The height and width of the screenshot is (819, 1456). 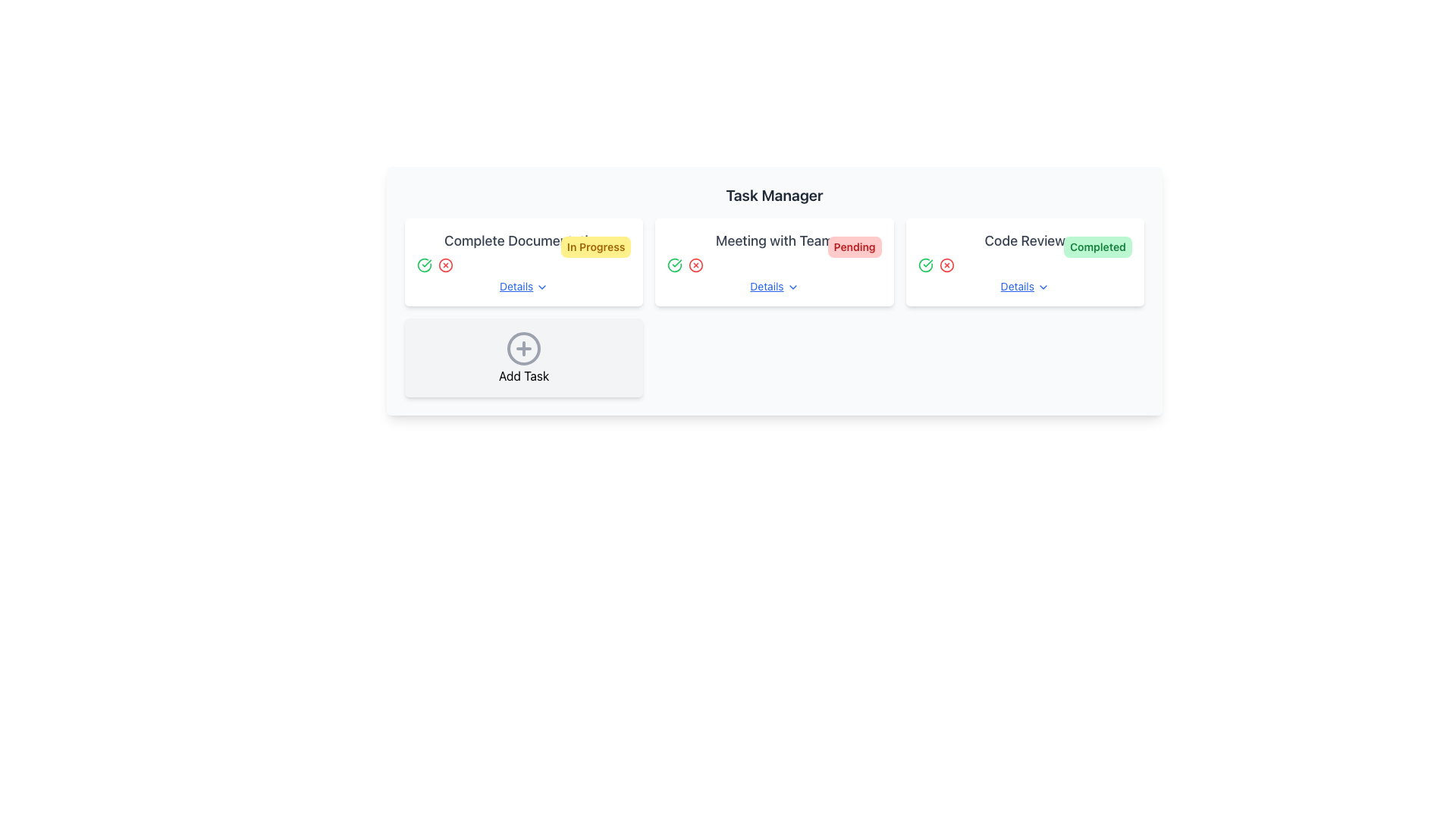 I want to click on the SVG circle button located at the bottom-left corner of the 'Add Task' card, so click(x=524, y=348).